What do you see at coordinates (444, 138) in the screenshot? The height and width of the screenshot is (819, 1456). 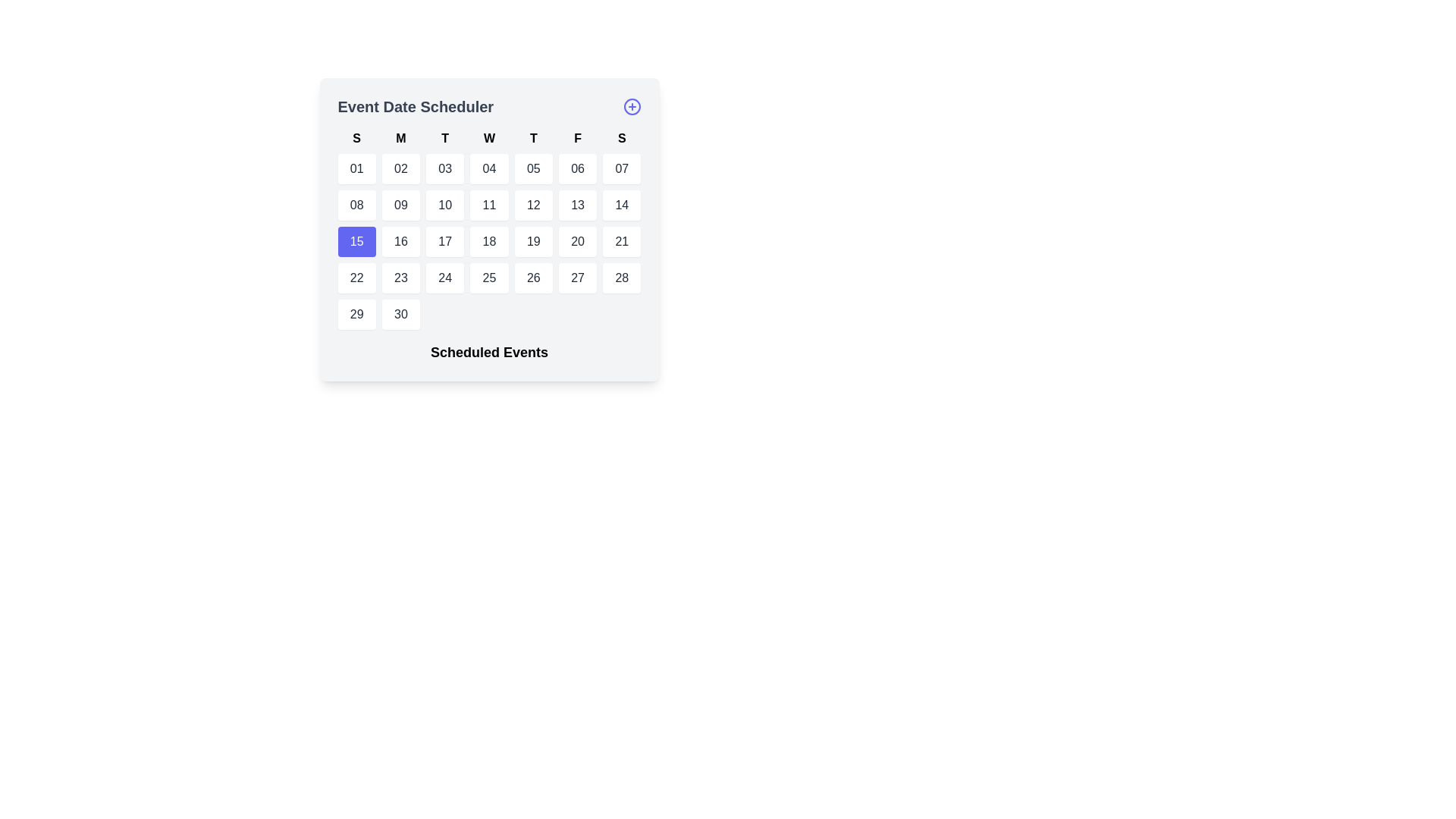 I see `the text label displaying the letter 'T' in bold, part of the header row for weekdays in a calendar grid` at bounding box center [444, 138].